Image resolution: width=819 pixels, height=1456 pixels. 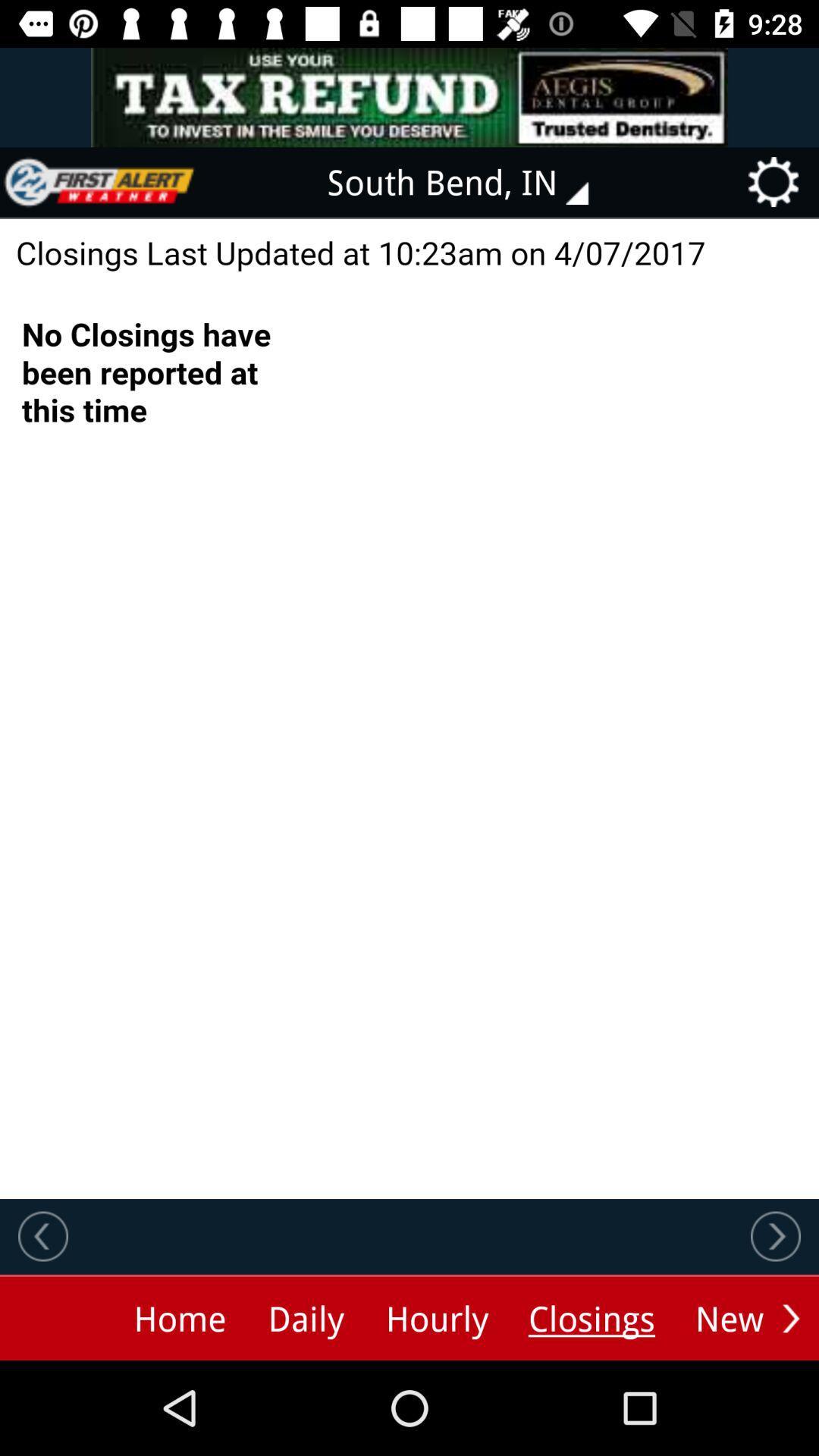 What do you see at coordinates (409, 96) in the screenshot?
I see `open advertisement` at bounding box center [409, 96].